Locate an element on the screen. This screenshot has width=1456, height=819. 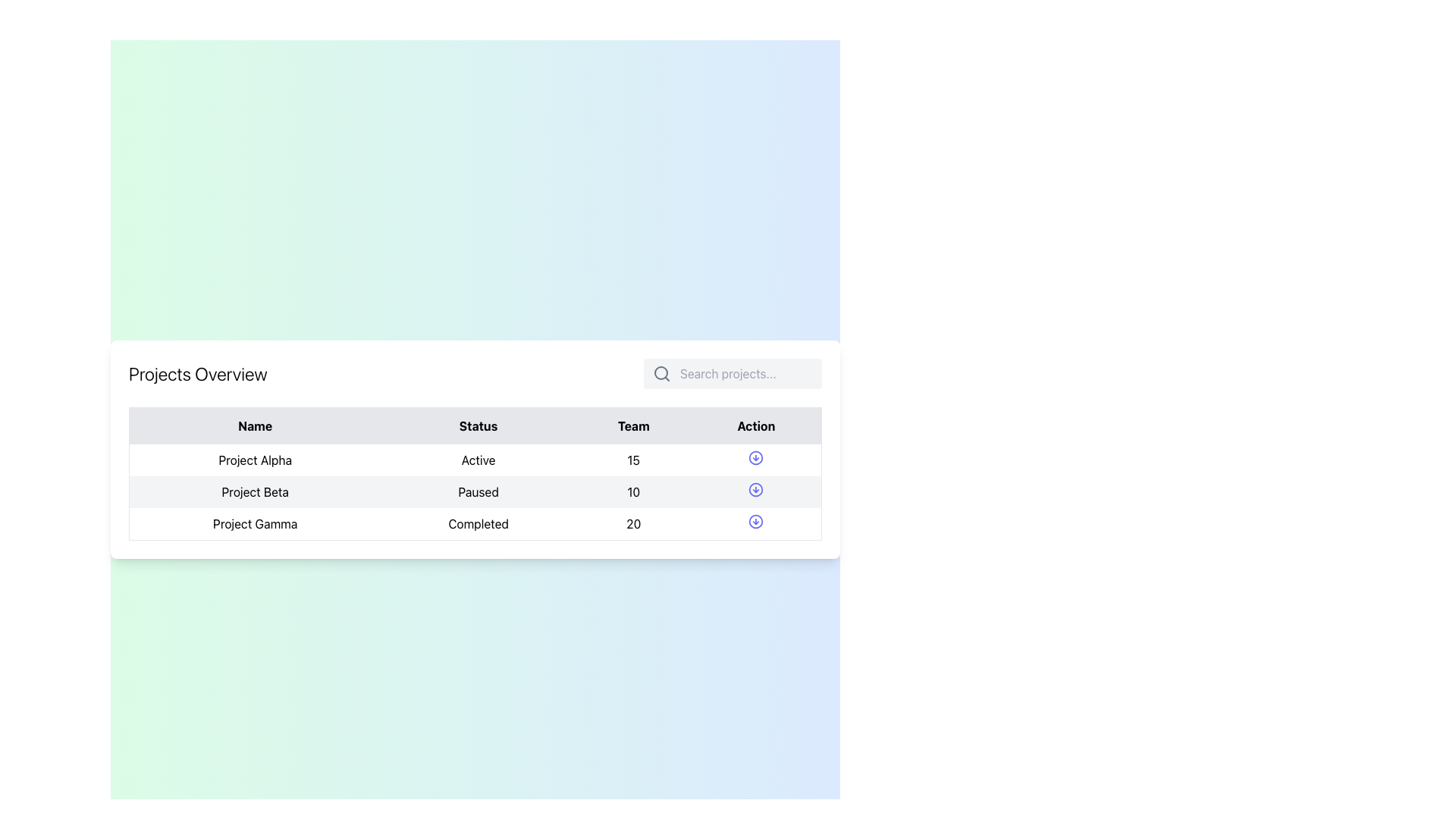
the Text Label representing 'Project Beta' in the second row of the 'Name' column under the 'Projects Overview' heading is located at coordinates (255, 491).